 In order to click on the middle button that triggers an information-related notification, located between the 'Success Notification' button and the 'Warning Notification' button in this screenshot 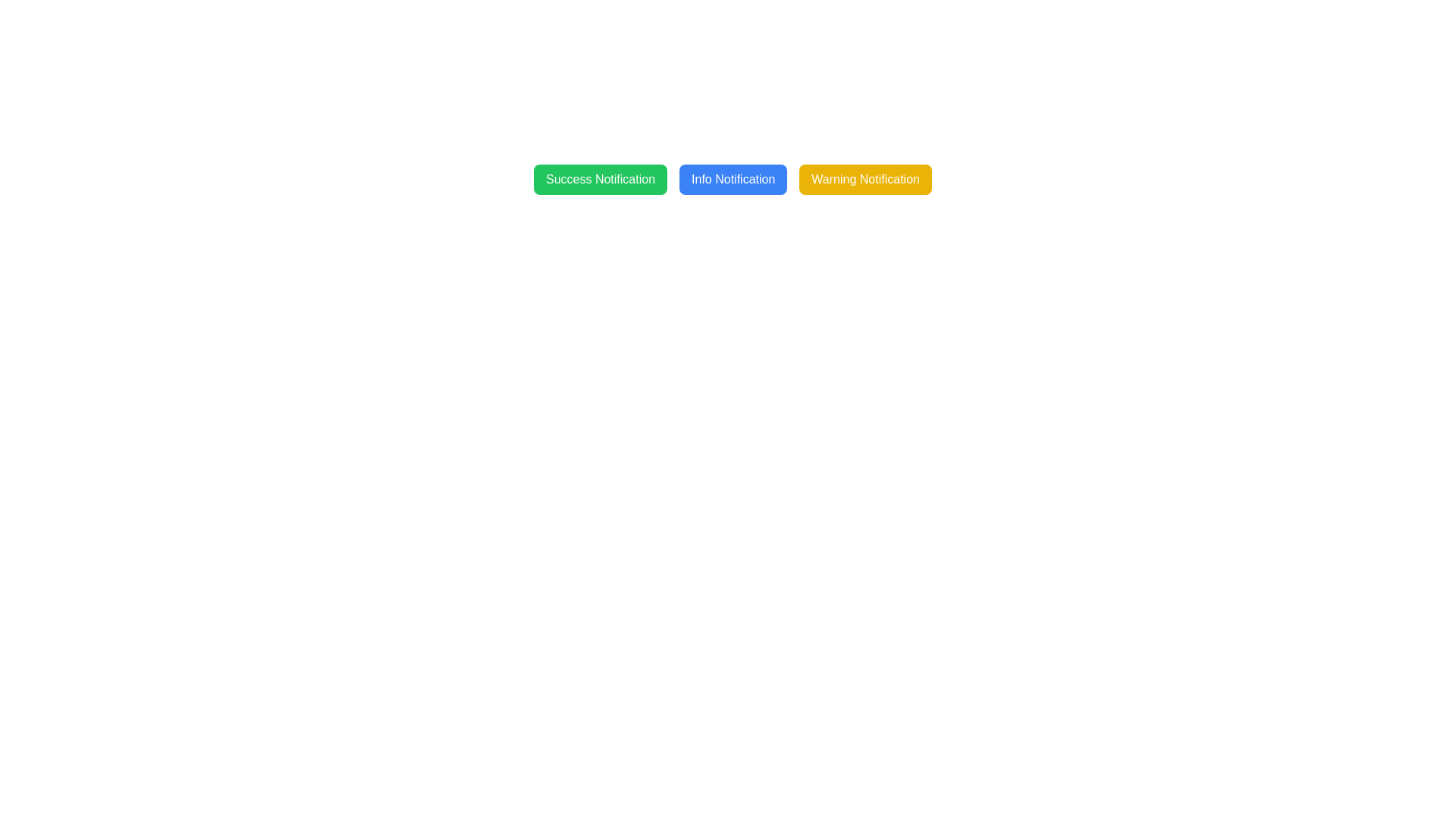, I will do `click(733, 178)`.